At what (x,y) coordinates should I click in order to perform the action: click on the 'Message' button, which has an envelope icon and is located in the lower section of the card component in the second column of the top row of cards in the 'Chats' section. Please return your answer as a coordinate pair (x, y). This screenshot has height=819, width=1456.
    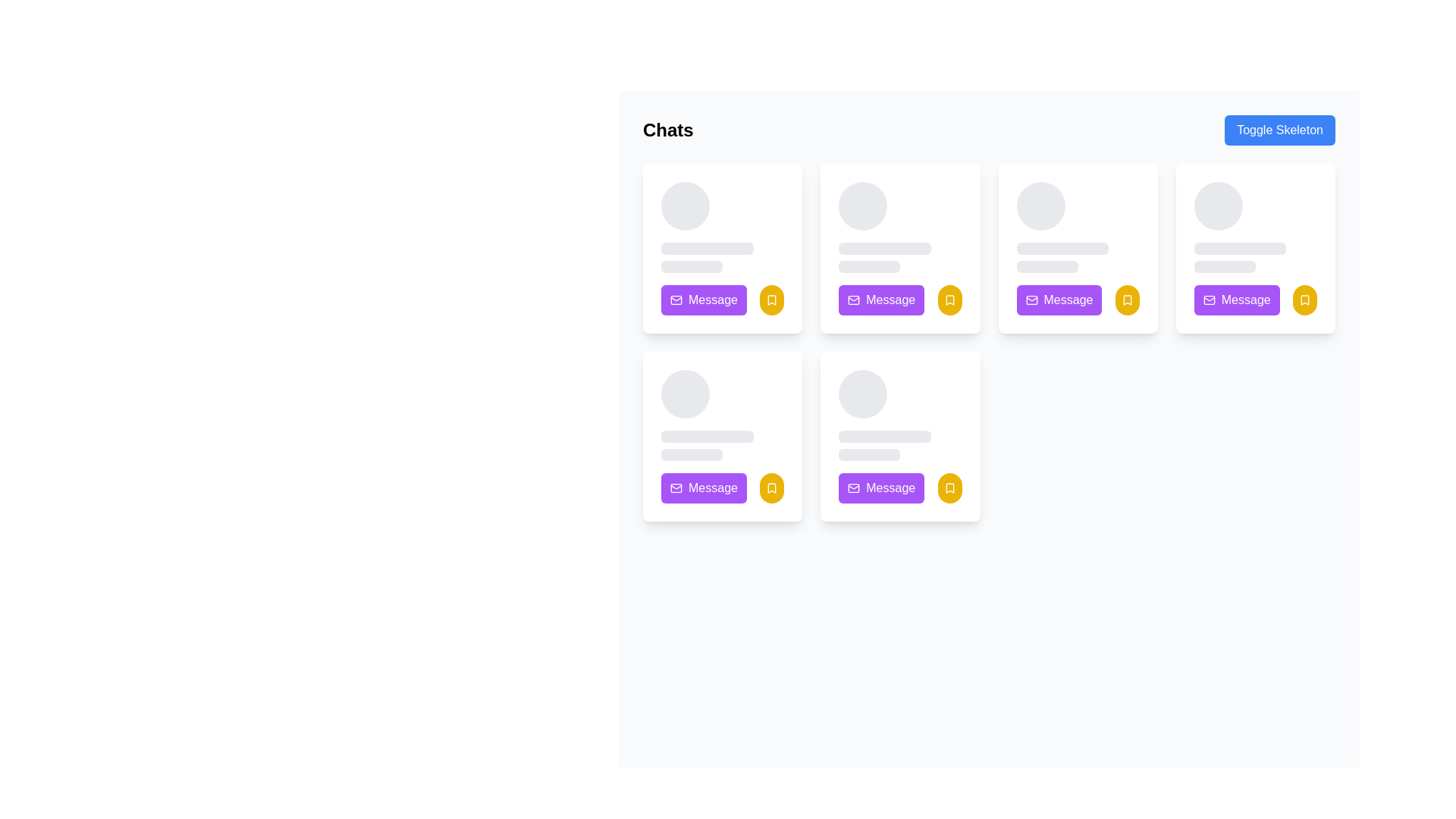
    Looking at the image, I should click on (900, 300).